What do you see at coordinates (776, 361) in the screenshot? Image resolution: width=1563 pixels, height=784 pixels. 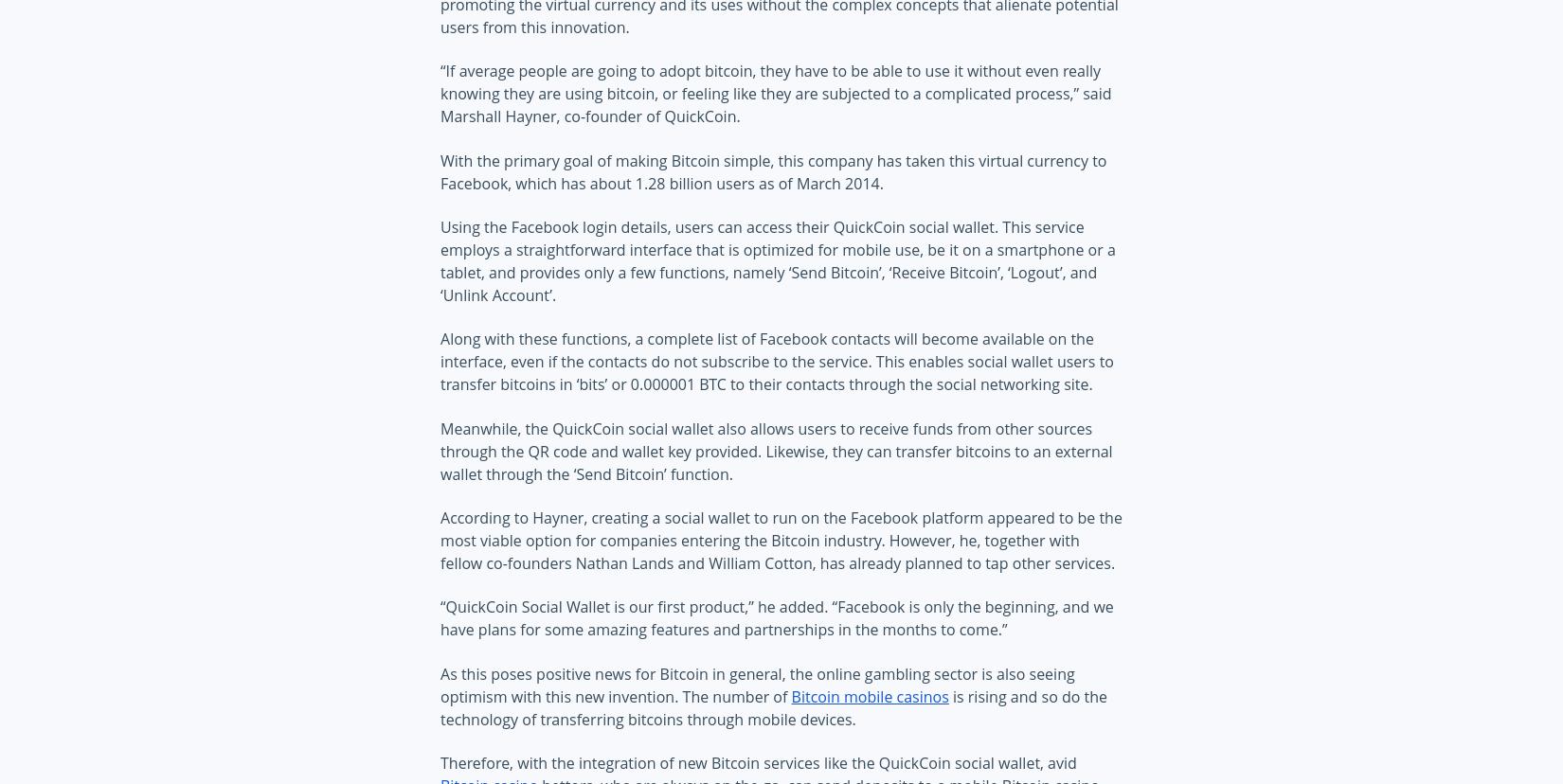 I see `'Along with these functions, a complete list of Facebook contacts will become available on the interface, even if the contacts do not subscribe to the service. This enables social wallet users to transfer bitcoins in ‘bits’ or 0.000001 BTC to their contacts through the social networking site.'` at bounding box center [776, 361].